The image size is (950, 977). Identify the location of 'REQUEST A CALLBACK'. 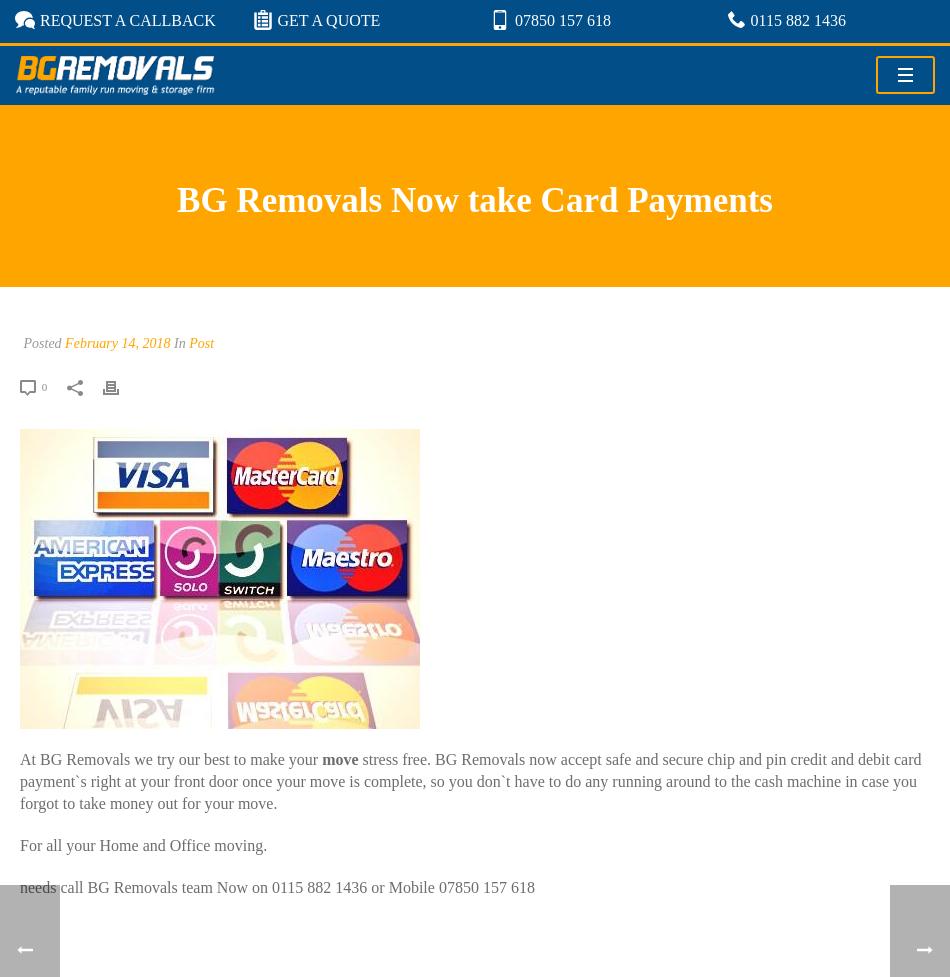
(127, 20).